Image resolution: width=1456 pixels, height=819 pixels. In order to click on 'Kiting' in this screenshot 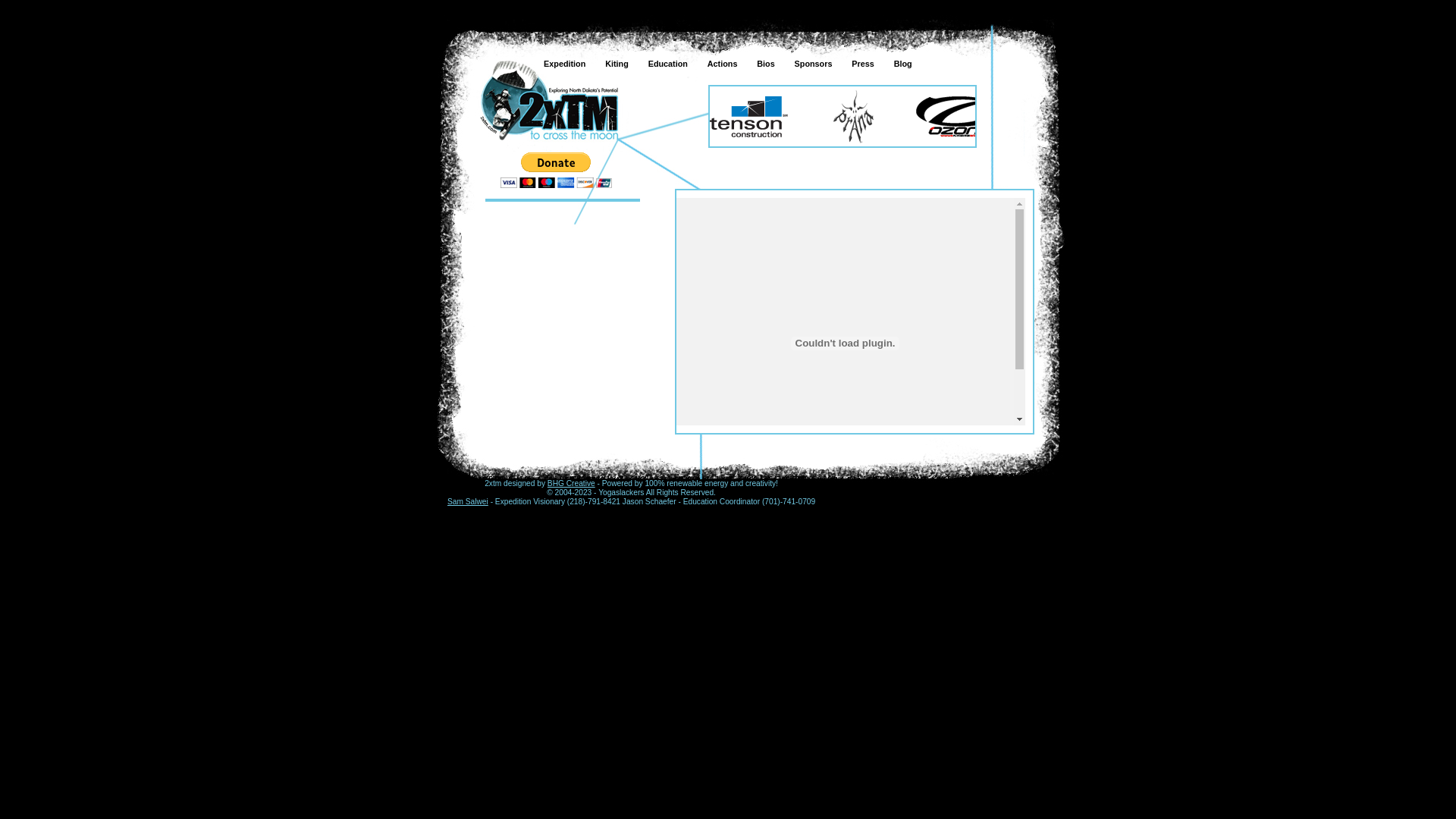, I will do `click(615, 63)`.